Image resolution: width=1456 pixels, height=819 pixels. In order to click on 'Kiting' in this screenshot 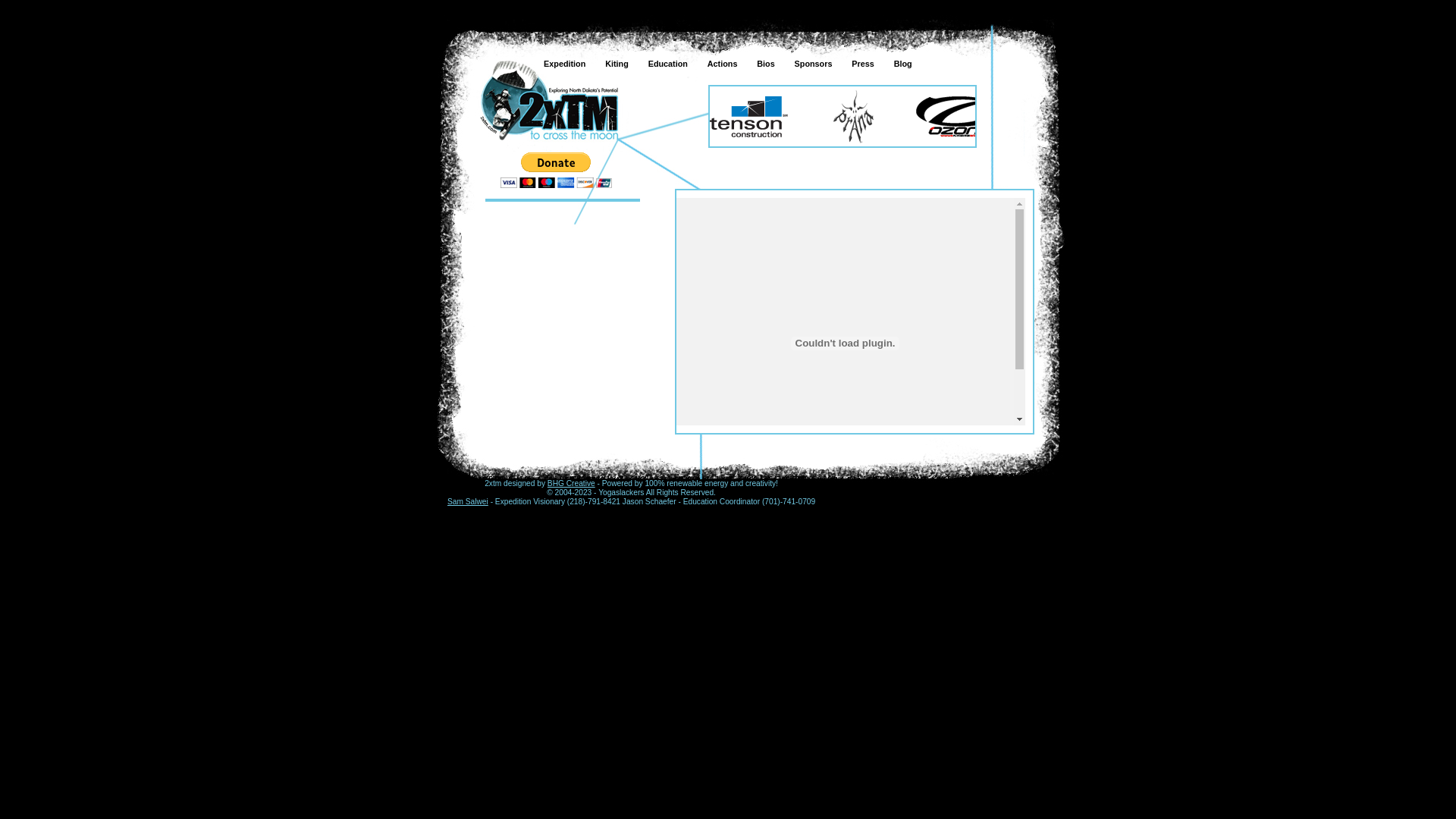, I will do `click(615, 63)`.